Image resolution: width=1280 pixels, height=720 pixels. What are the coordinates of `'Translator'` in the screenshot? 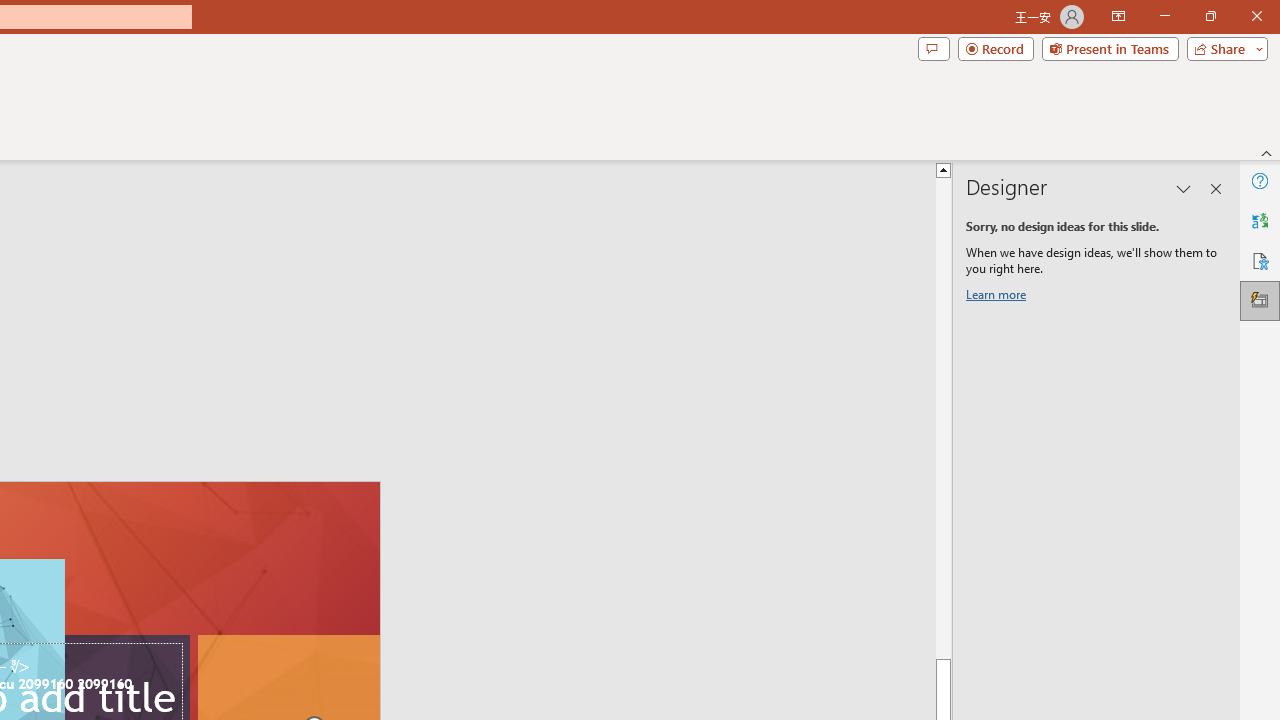 It's located at (1259, 221).